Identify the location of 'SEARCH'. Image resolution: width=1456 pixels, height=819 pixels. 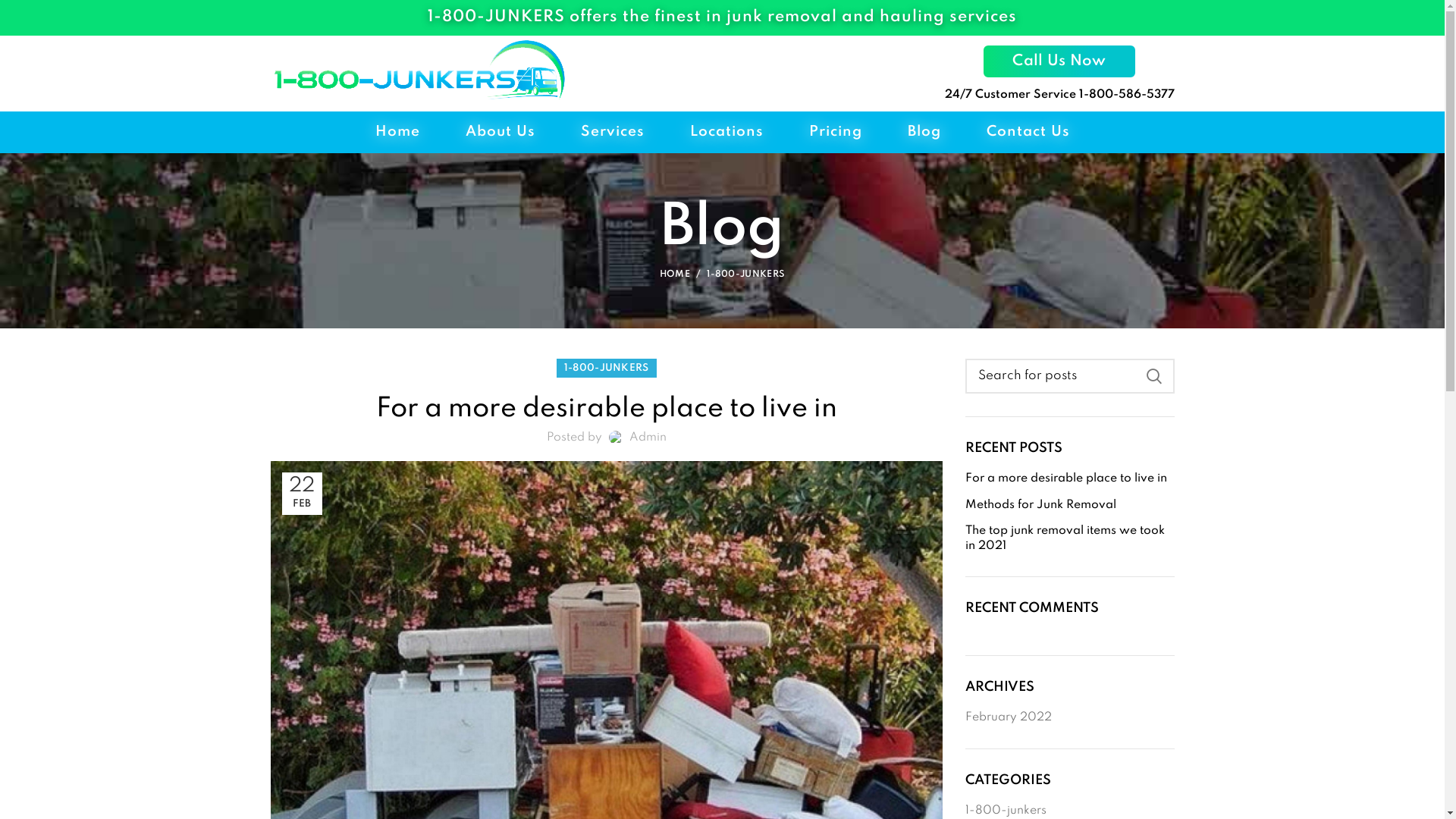
(1153, 375).